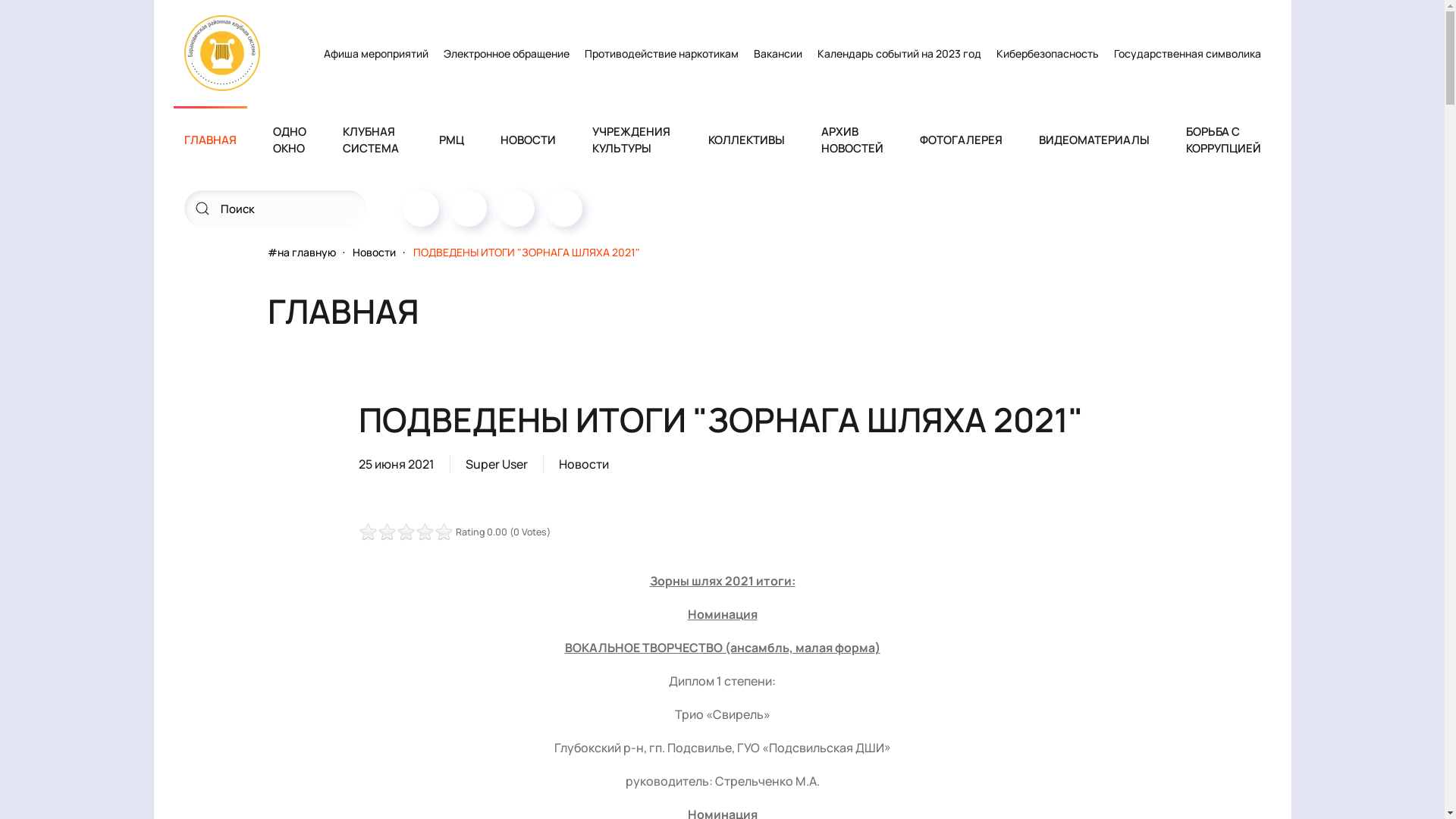  Describe the element at coordinates (405, 531) in the screenshot. I see `'1'` at that location.